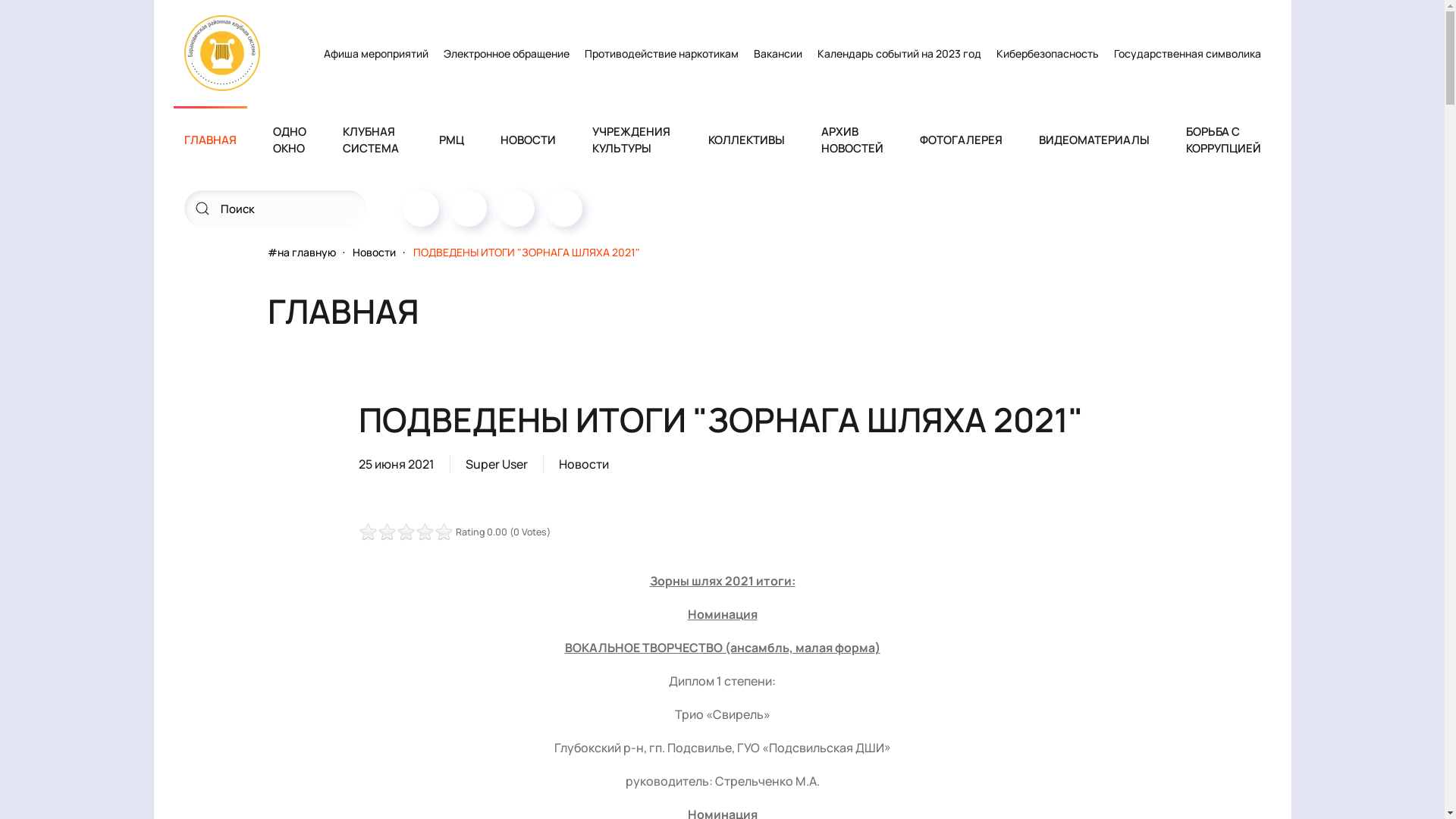  Describe the element at coordinates (405, 531) in the screenshot. I see `'1'` at that location.